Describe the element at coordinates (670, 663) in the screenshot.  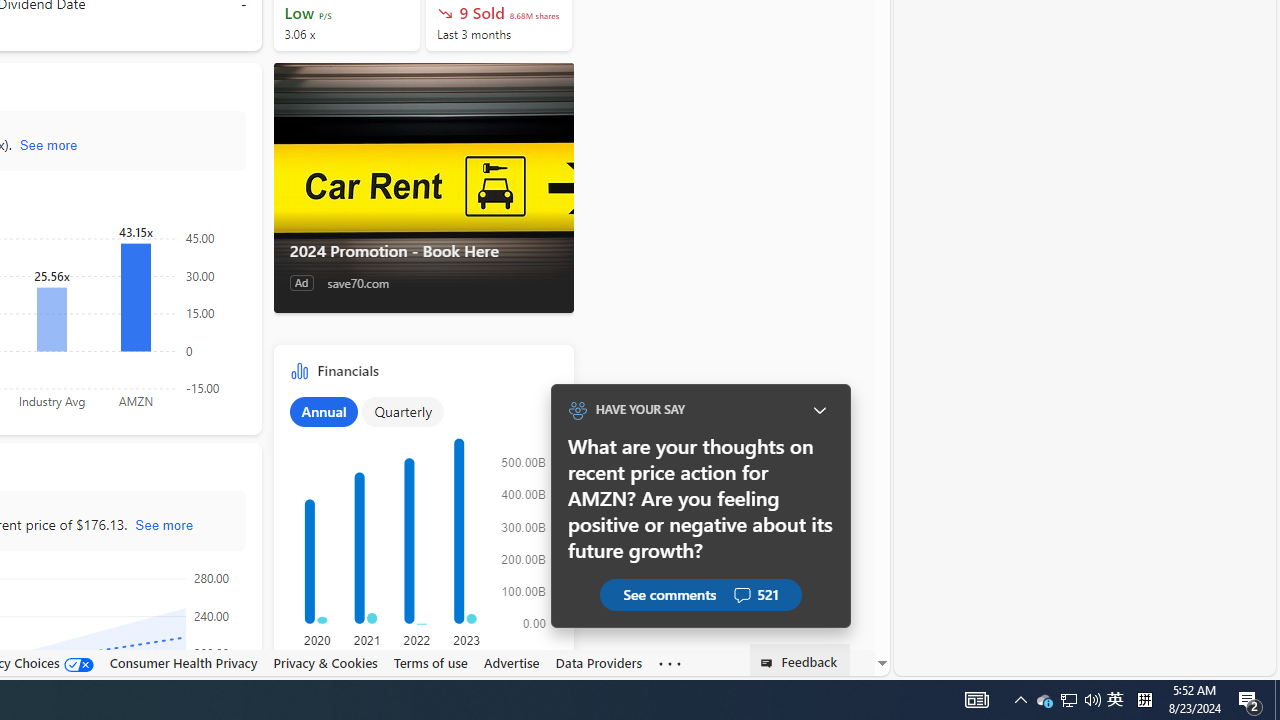
I see `'Class: oneFooter_seeMore-DS-EntryPoint1-1'` at that location.